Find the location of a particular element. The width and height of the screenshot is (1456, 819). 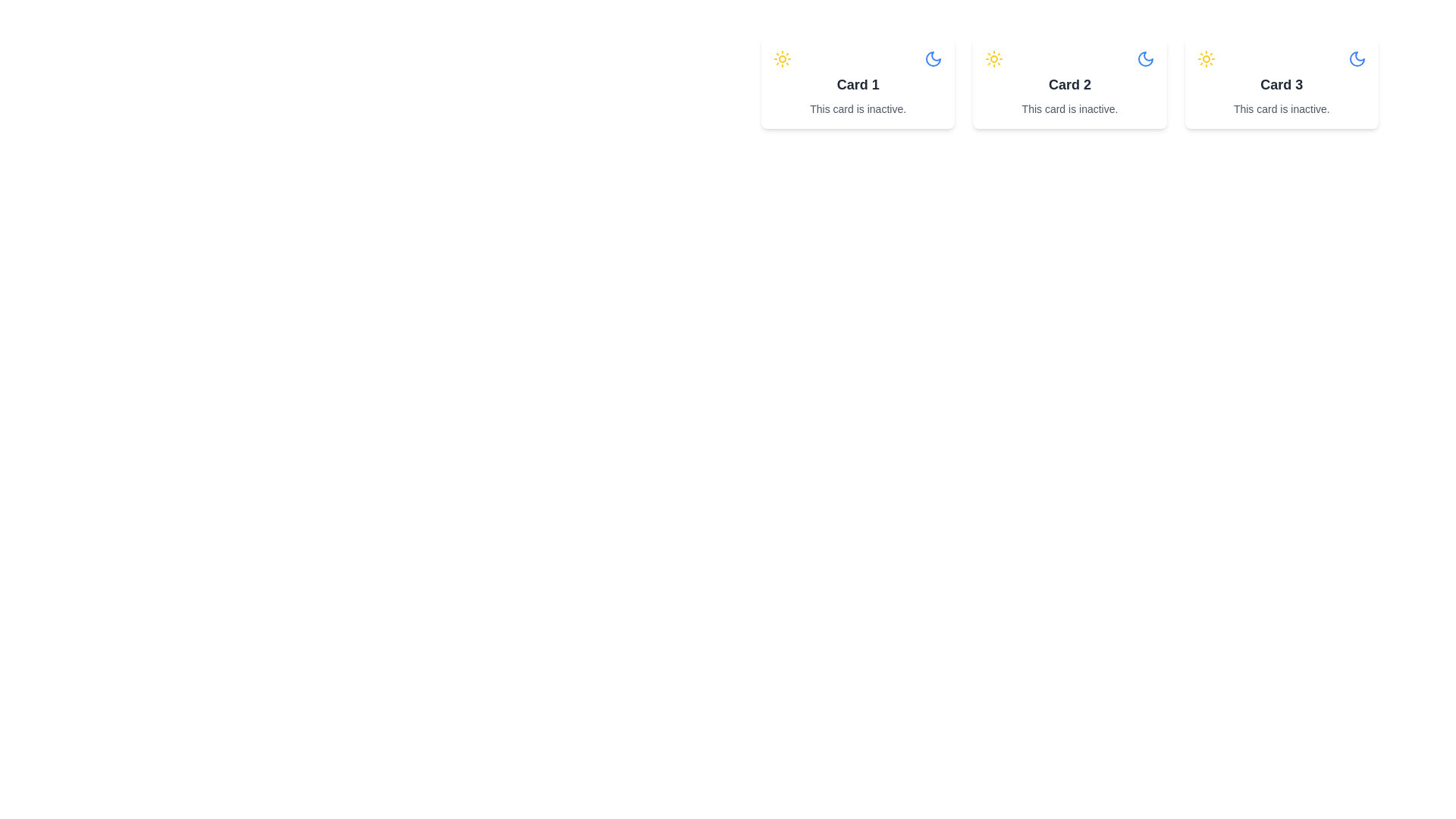

text content of the descriptive label indicating the inactive state of the associated card located below 'Card 2' in the second card of the horizontally aligned card layout is located at coordinates (1069, 108).